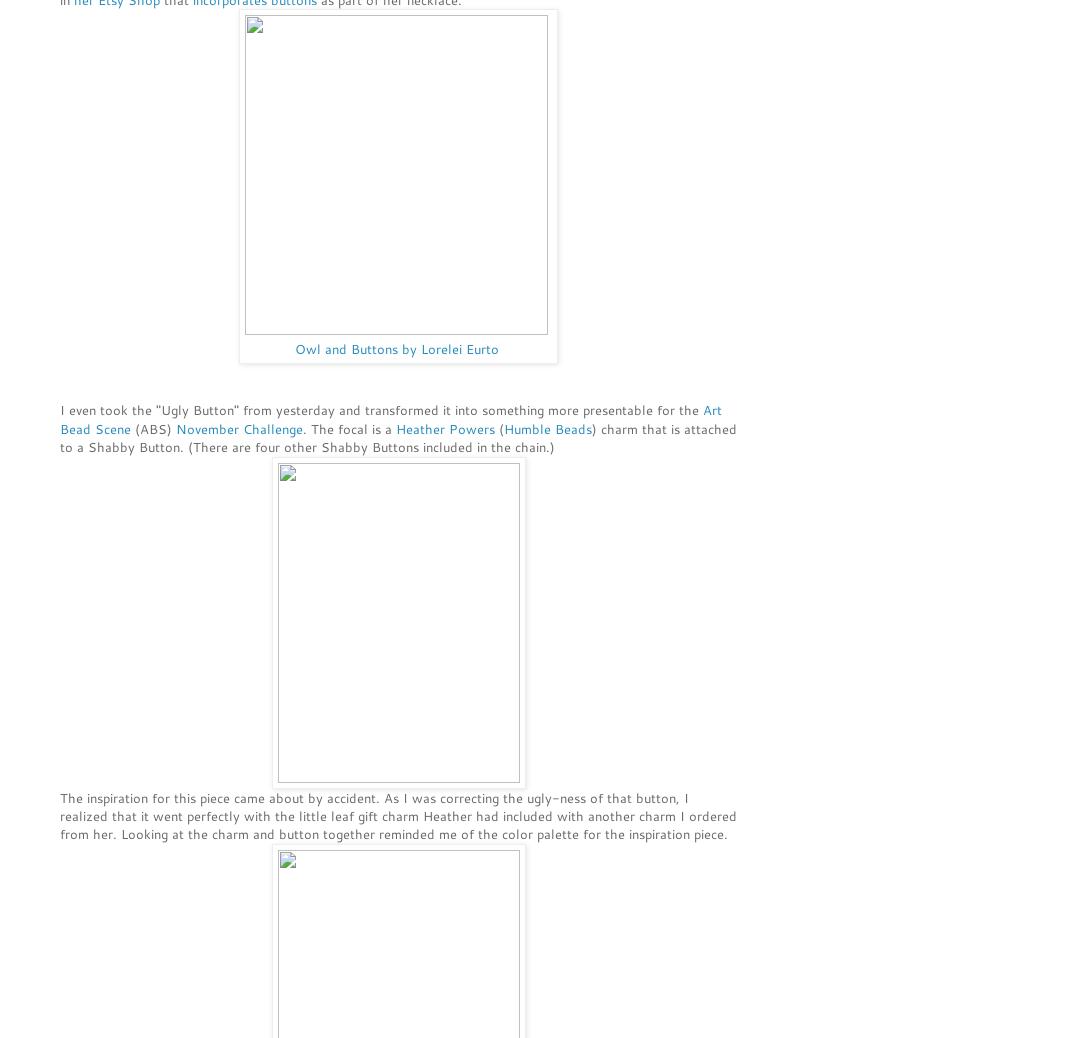  Describe the element at coordinates (548, 427) in the screenshot. I see `'Humble Beads'` at that location.